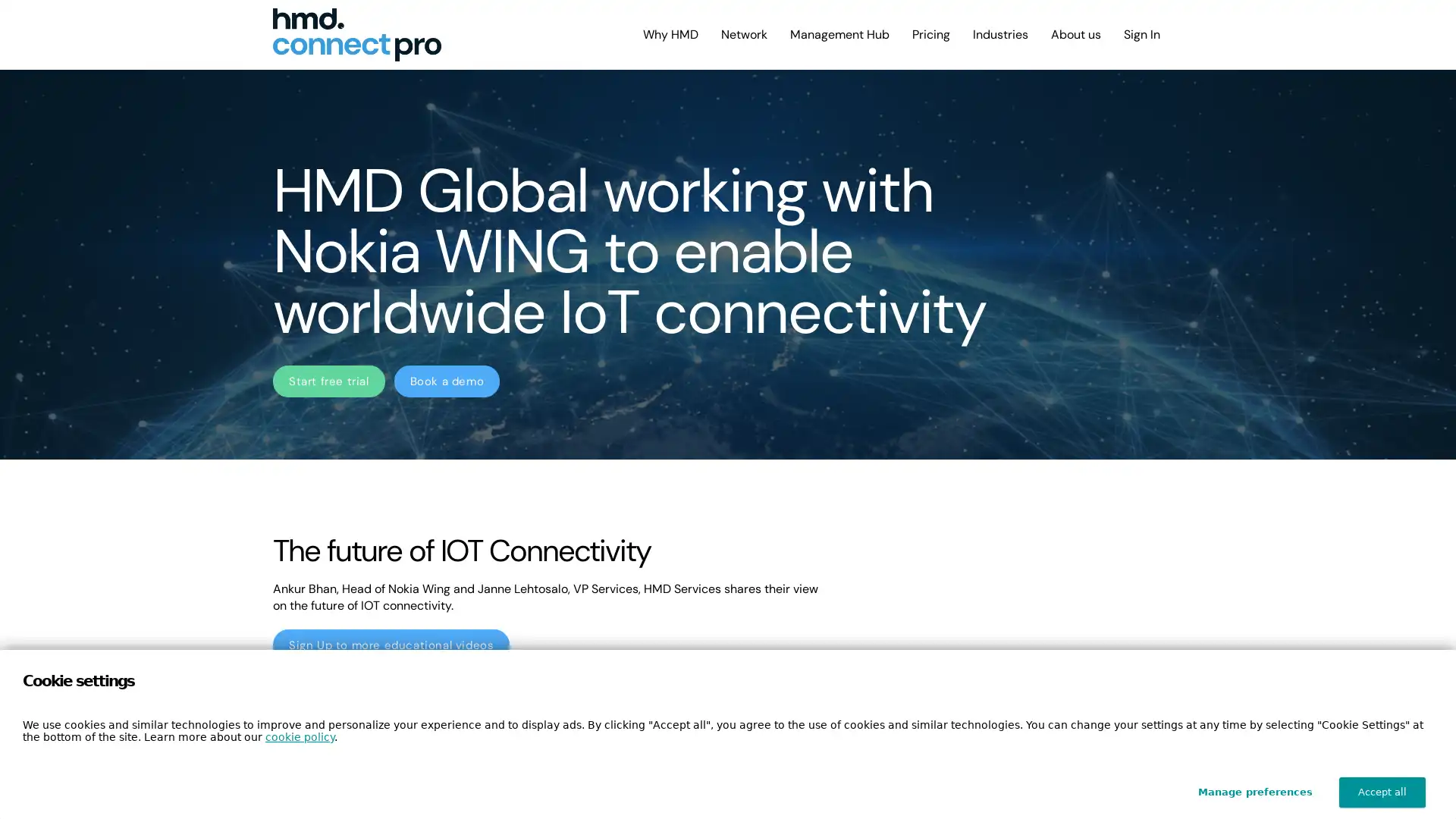  I want to click on Accept all, so click(1382, 792).